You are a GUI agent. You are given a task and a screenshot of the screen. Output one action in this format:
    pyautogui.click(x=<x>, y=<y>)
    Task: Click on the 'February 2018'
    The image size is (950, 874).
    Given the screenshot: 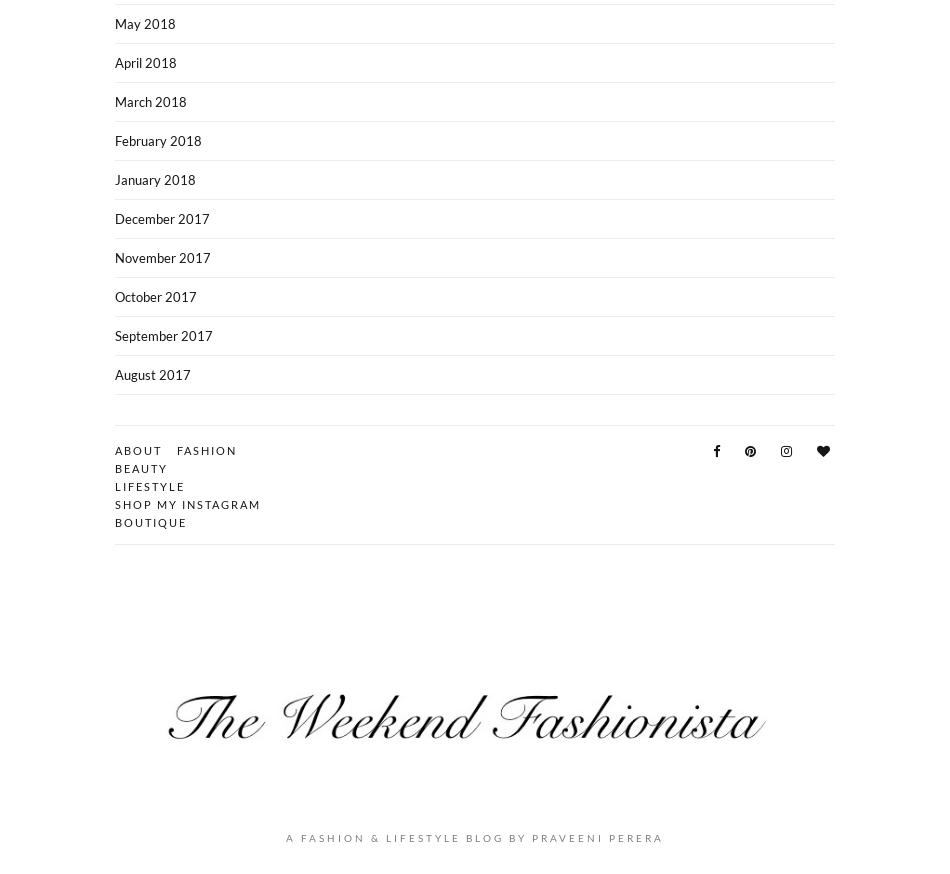 What is the action you would take?
    pyautogui.click(x=158, y=140)
    